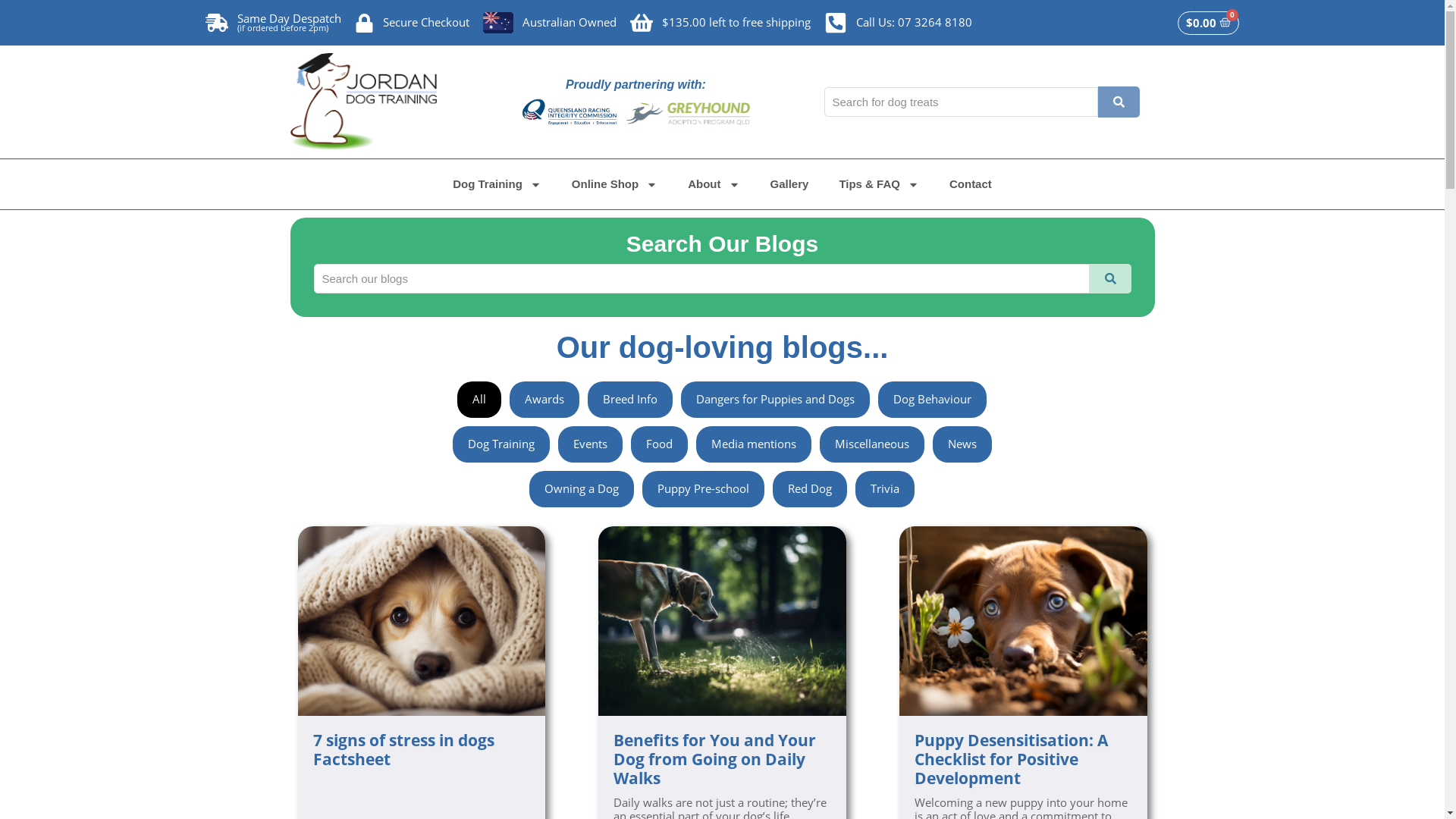 This screenshot has width=1456, height=819. I want to click on 'Call Us: 07 3264 8180', so click(898, 23).